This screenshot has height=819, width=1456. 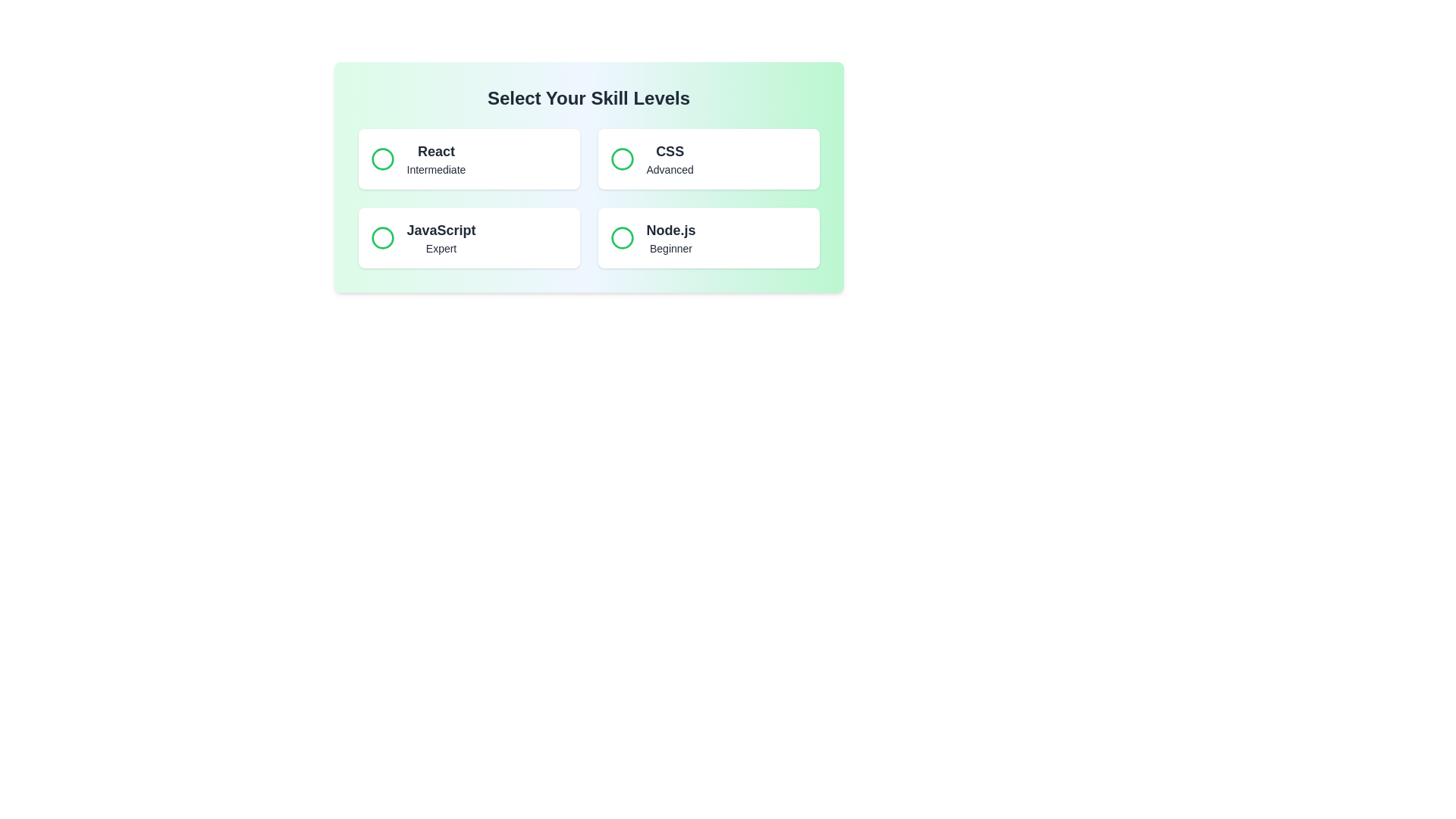 I want to click on the button representing CSS to observe the visual feedback, so click(x=708, y=158).